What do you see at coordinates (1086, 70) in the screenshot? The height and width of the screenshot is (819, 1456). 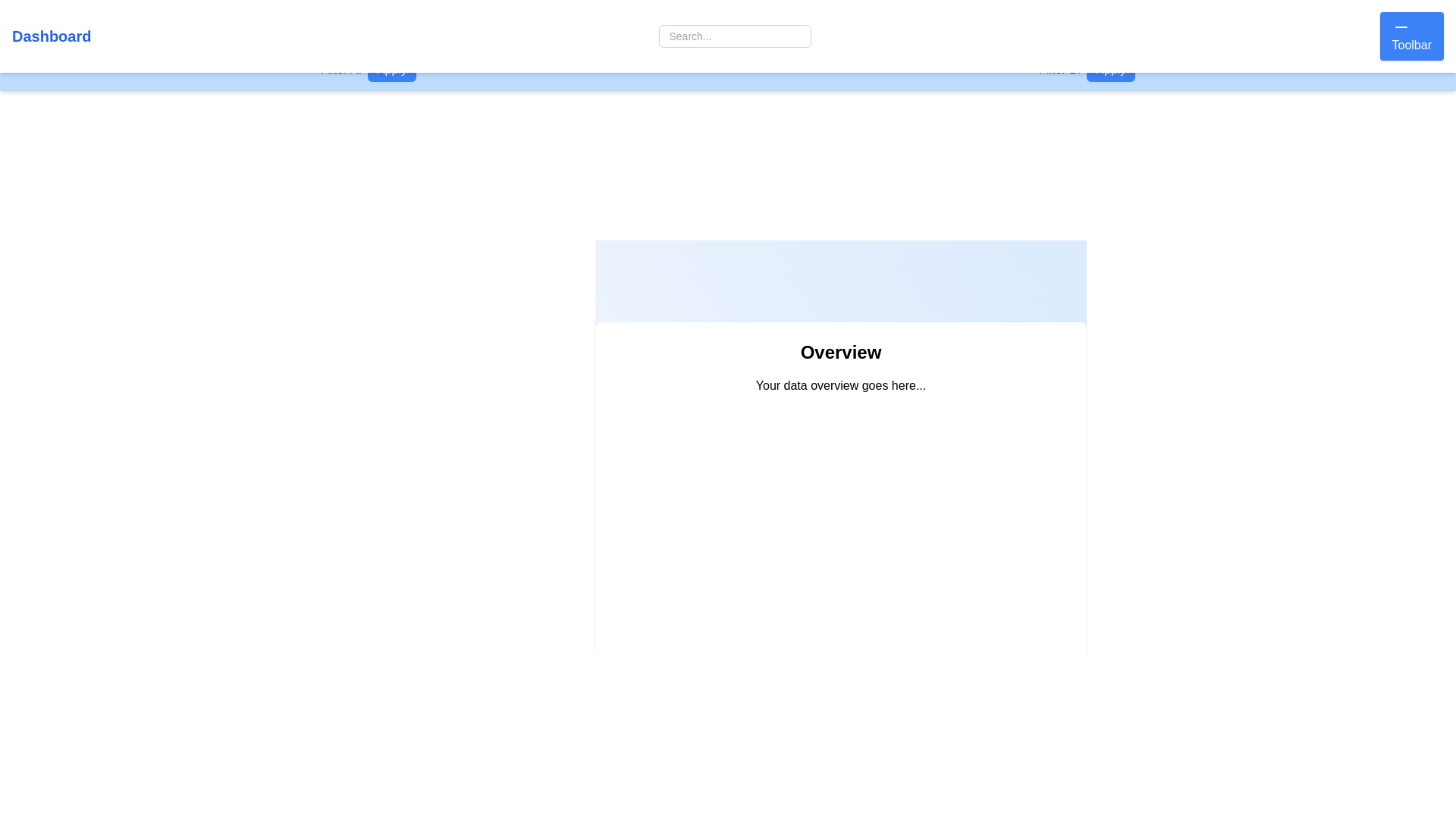 I see `the 'Apply' button located in the top bar, slightly right of the horizontal center` at bounding box center [1086, 70].